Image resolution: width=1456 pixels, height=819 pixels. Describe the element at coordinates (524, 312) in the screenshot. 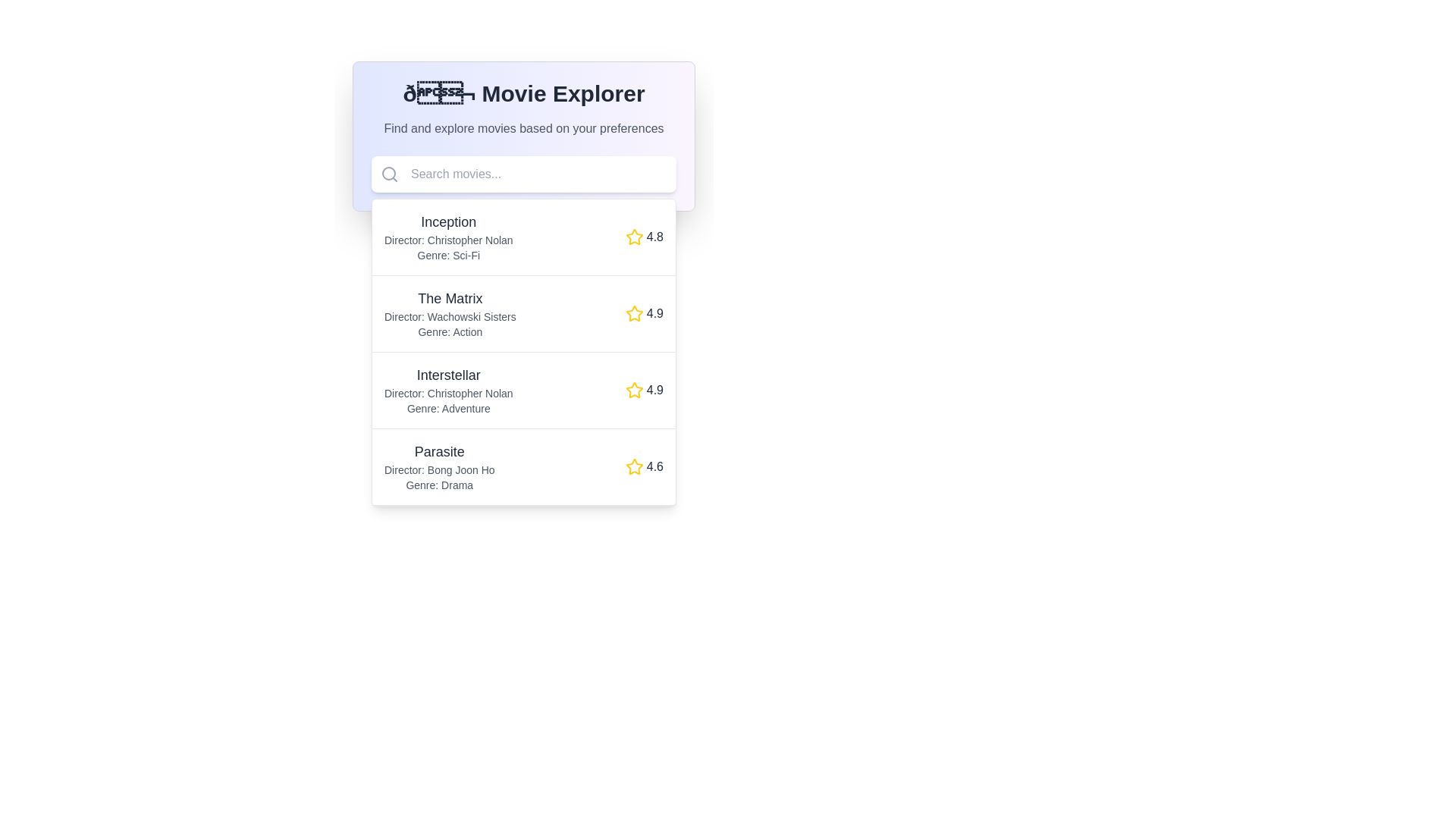

I see `the second movie item in the dropdown list, which provides details such as title, director, genre, and rating, located between 'Inception' and 'Interstellar'` at that location.